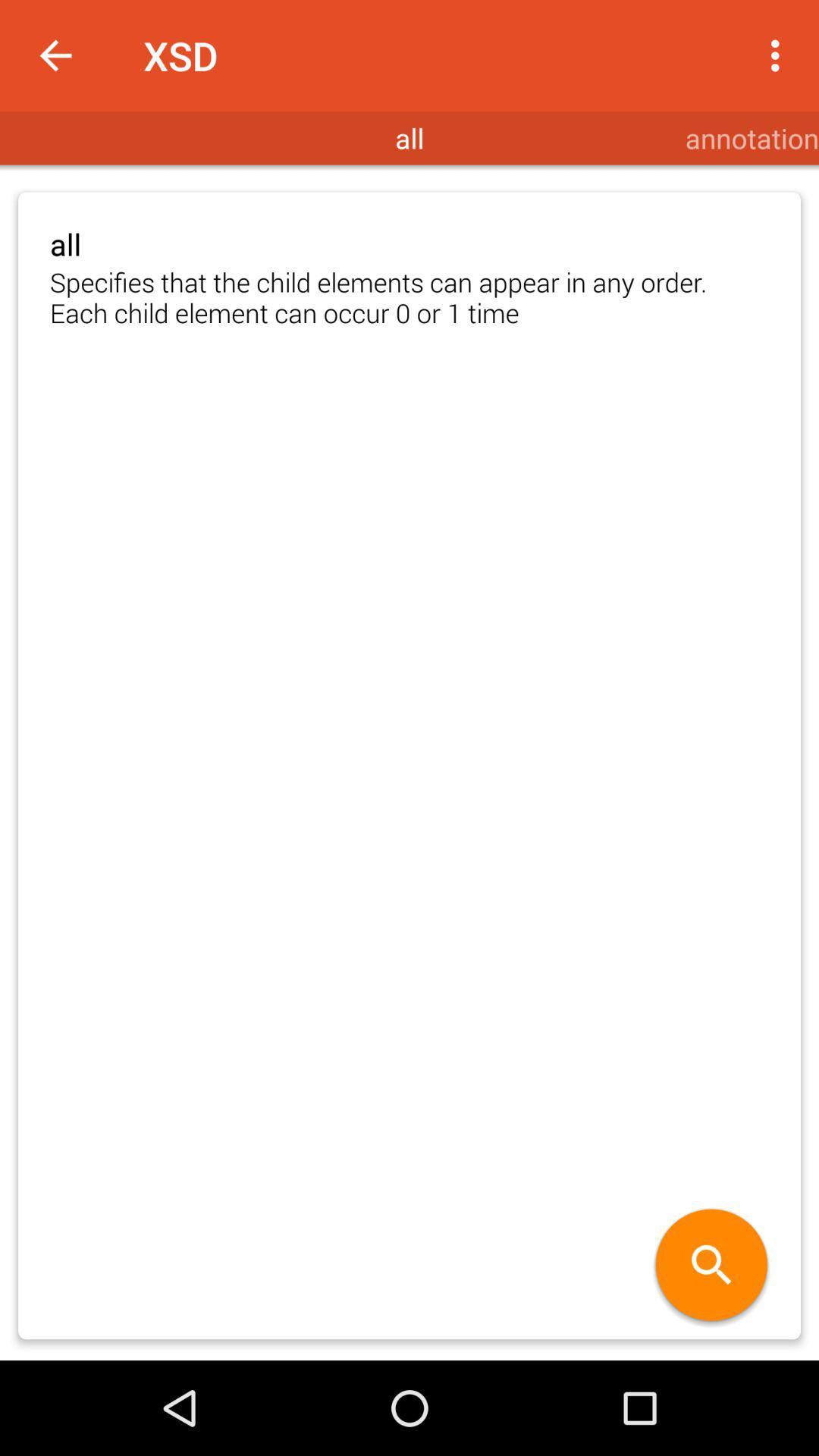 This screenshot has width=819, height=1456. Describe the element at coordinates (779, 55) in the screenshot. I see `app next to xsd` at that location.